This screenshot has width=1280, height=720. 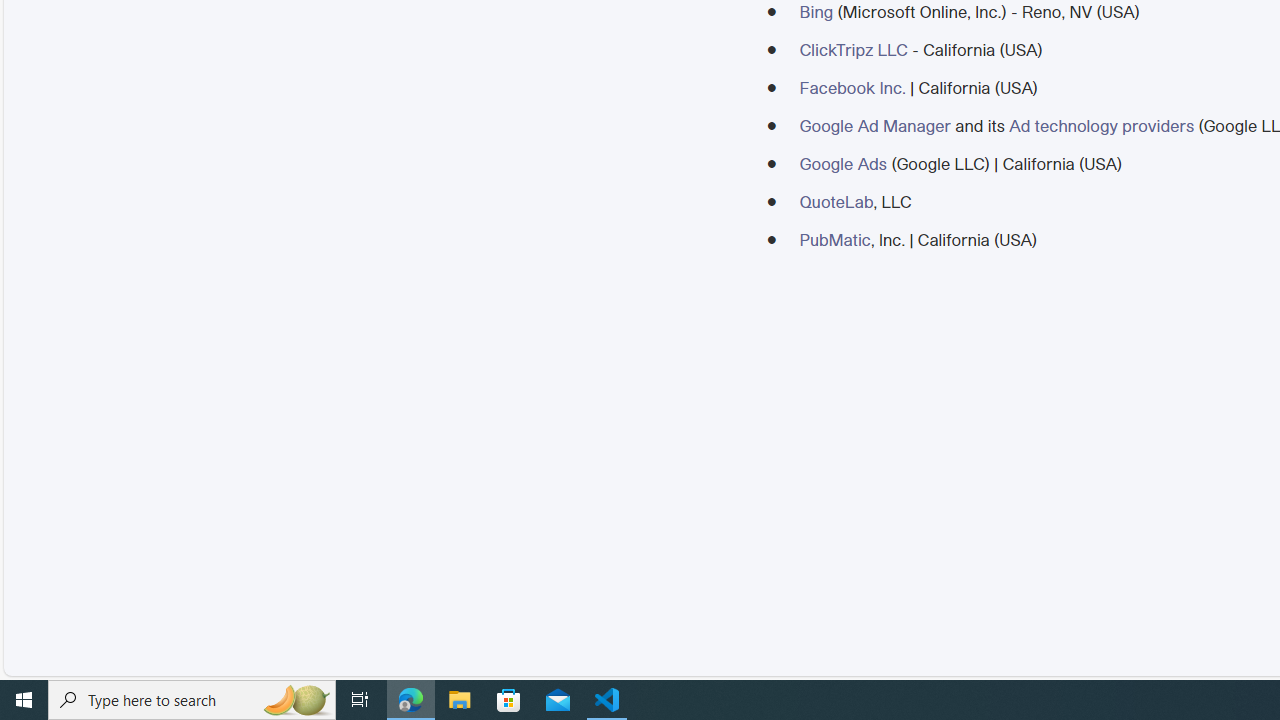 I want to click on 'QuoteLab', so click(x=836, y=201).